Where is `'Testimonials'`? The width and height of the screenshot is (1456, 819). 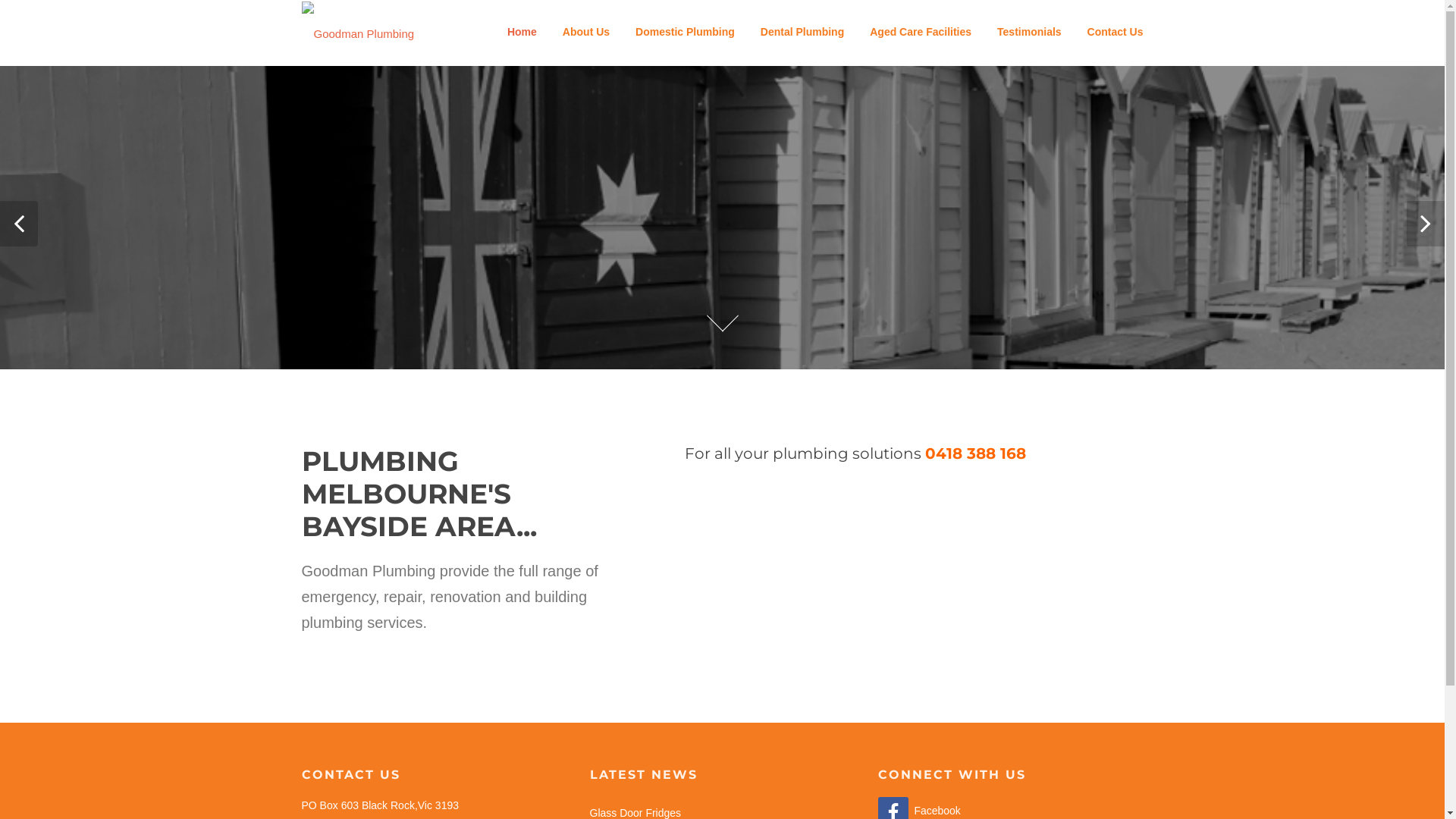
'Testimonials' is located at coordinates (1029, 32).